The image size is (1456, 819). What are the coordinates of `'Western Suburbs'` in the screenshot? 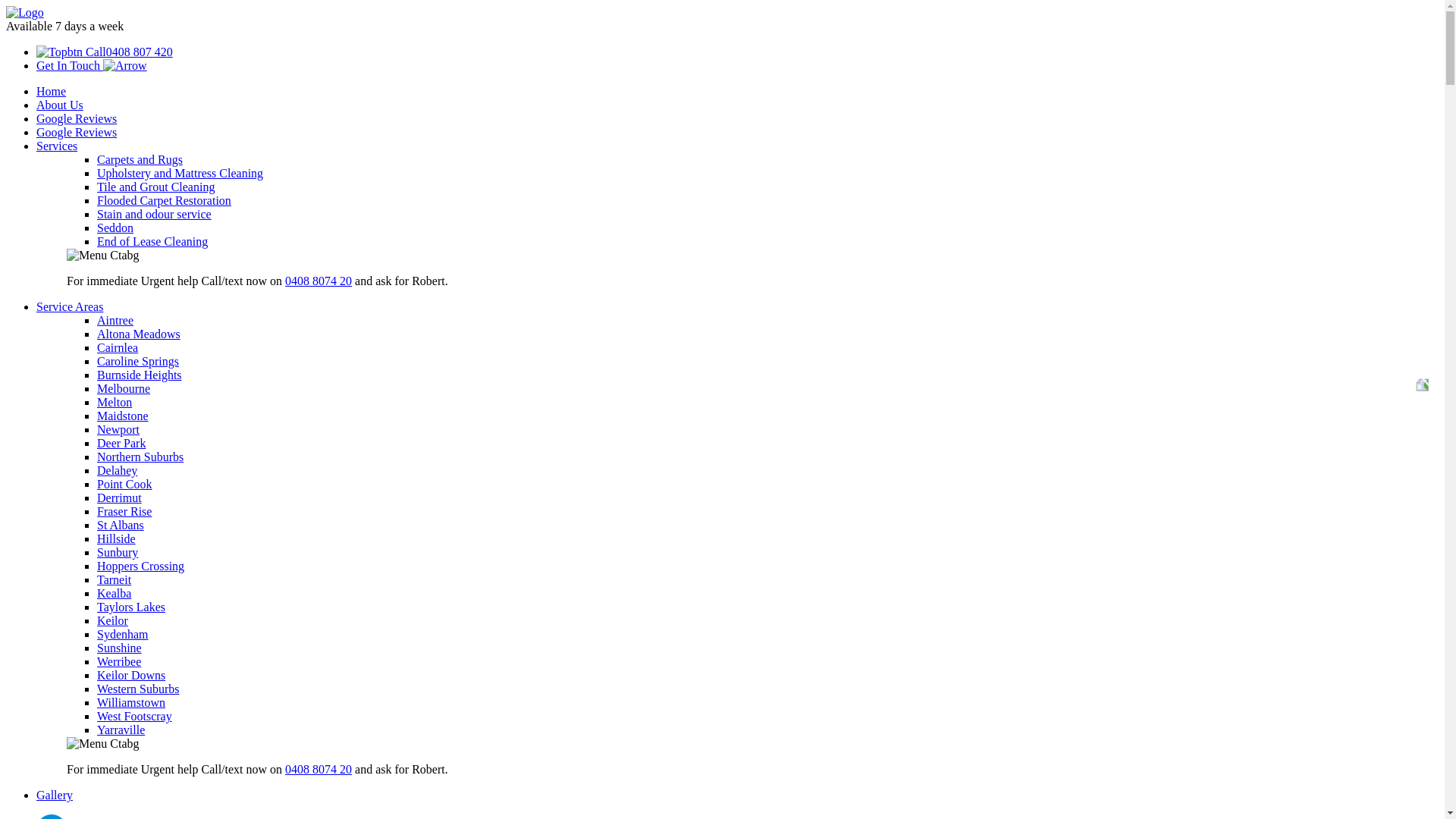 It's located at (96, 689).